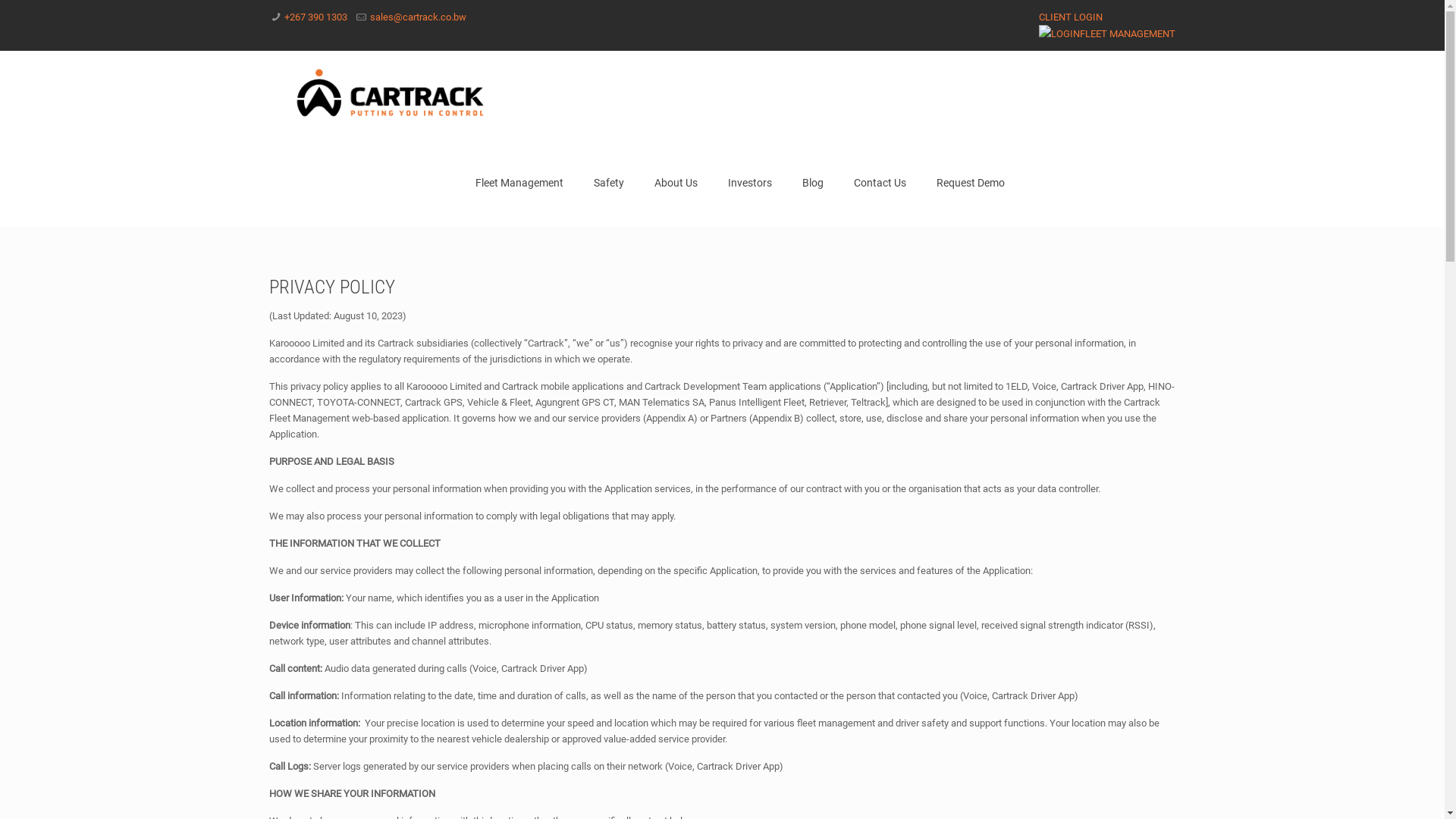 The image size is (1456, 819). Describe the element at coordinates (608, 181) in the screenshot. I see `'Safety'` at that location.